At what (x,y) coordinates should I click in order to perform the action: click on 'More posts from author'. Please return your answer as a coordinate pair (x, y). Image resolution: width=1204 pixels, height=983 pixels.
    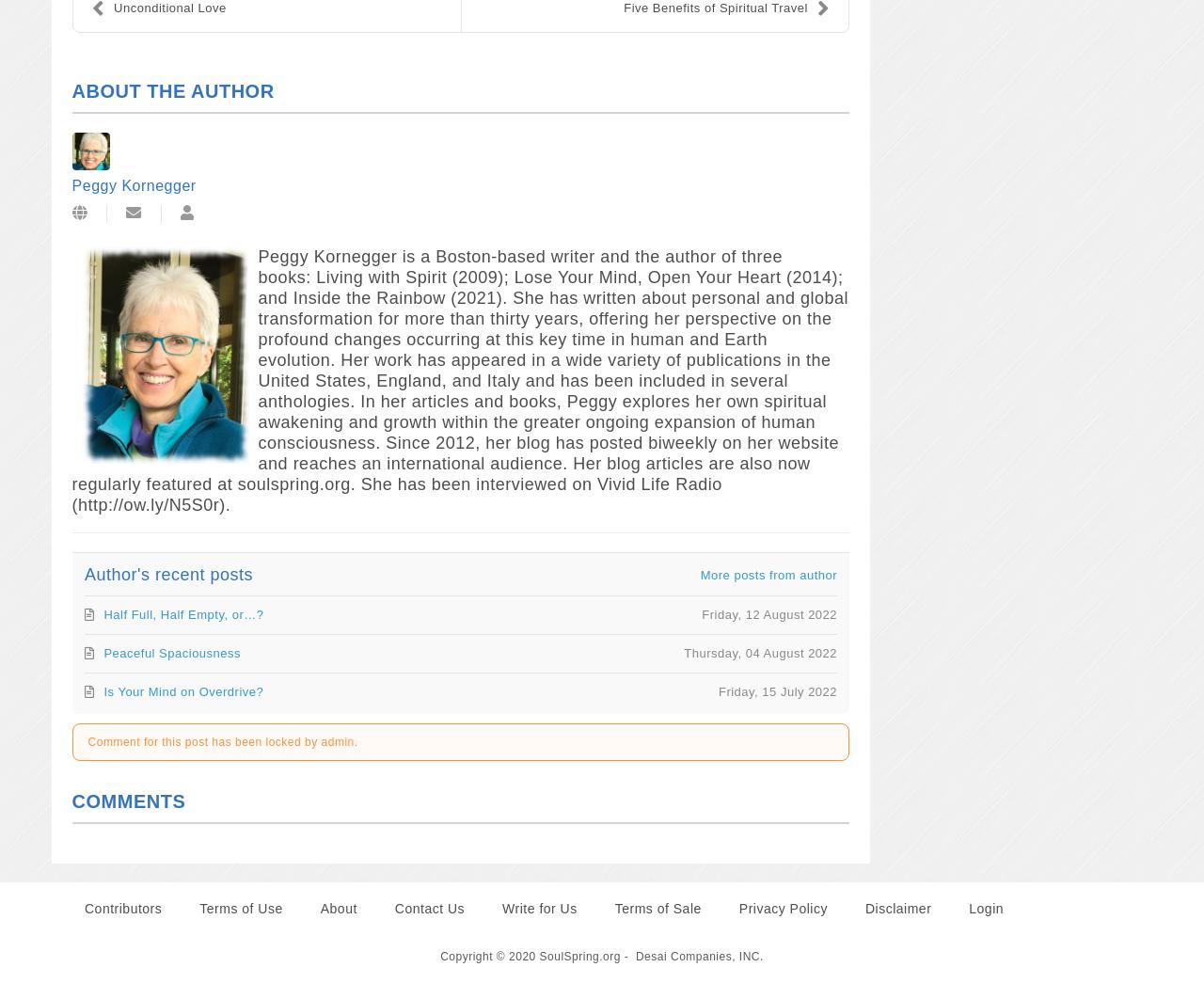
    Looking at the image, I should click on (768, 574).